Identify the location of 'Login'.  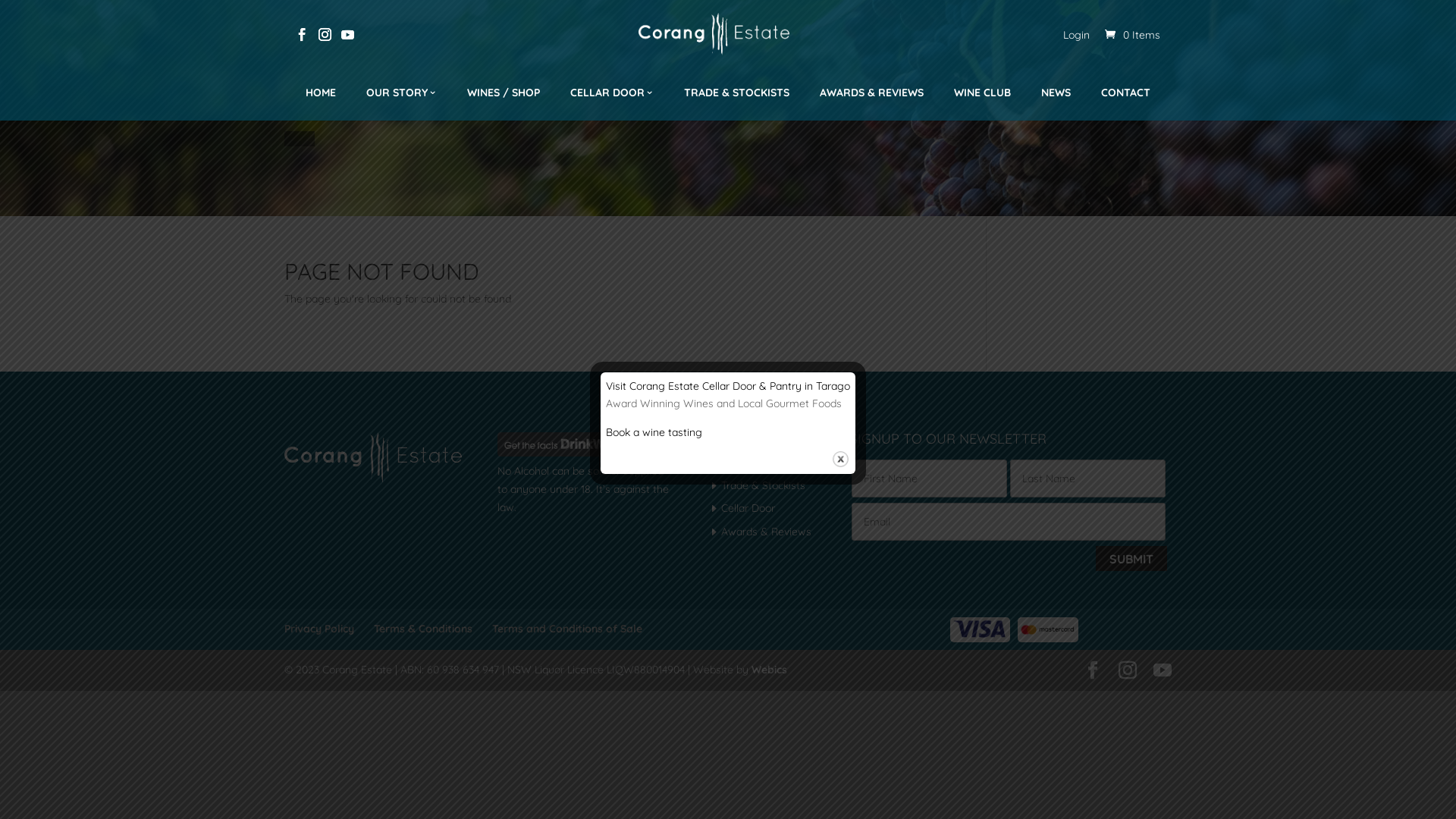
(1062, 34).